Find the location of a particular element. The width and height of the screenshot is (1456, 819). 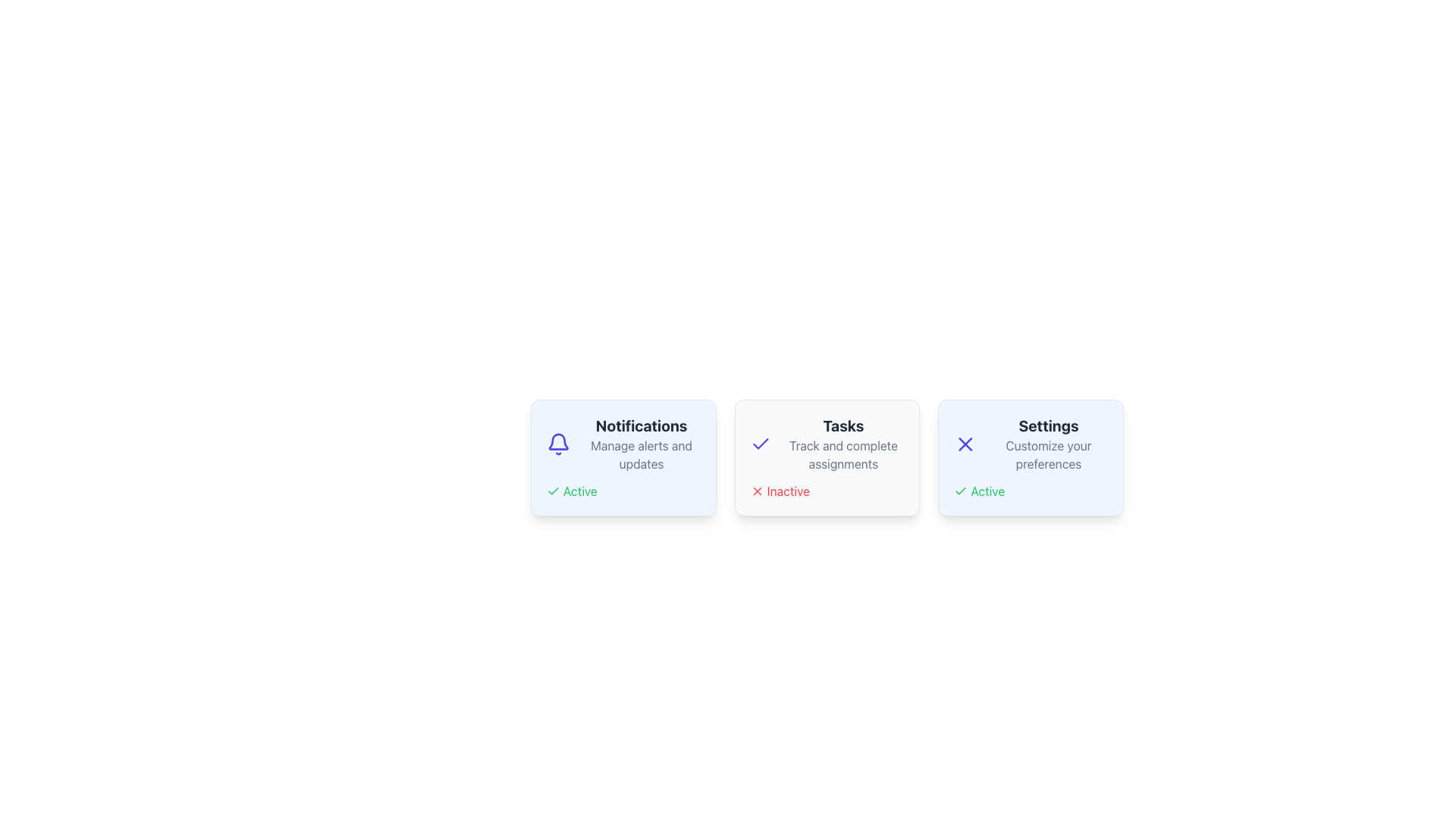

the visual state of the checkmark icon rendered in bold, indigo-blue color within the 'Tasks' card is located at coordinates (761, 444).